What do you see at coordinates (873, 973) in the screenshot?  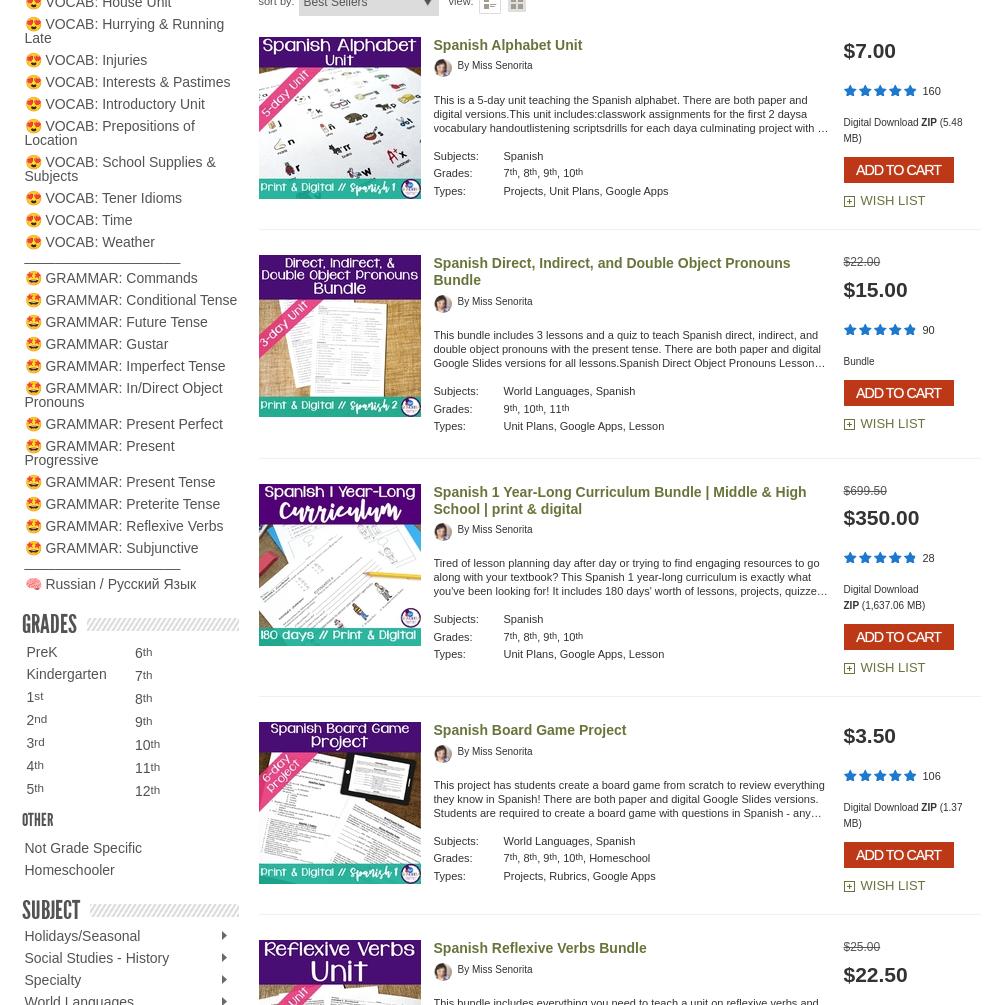 I see `'$22.50'` at bounding box center [873, 973].